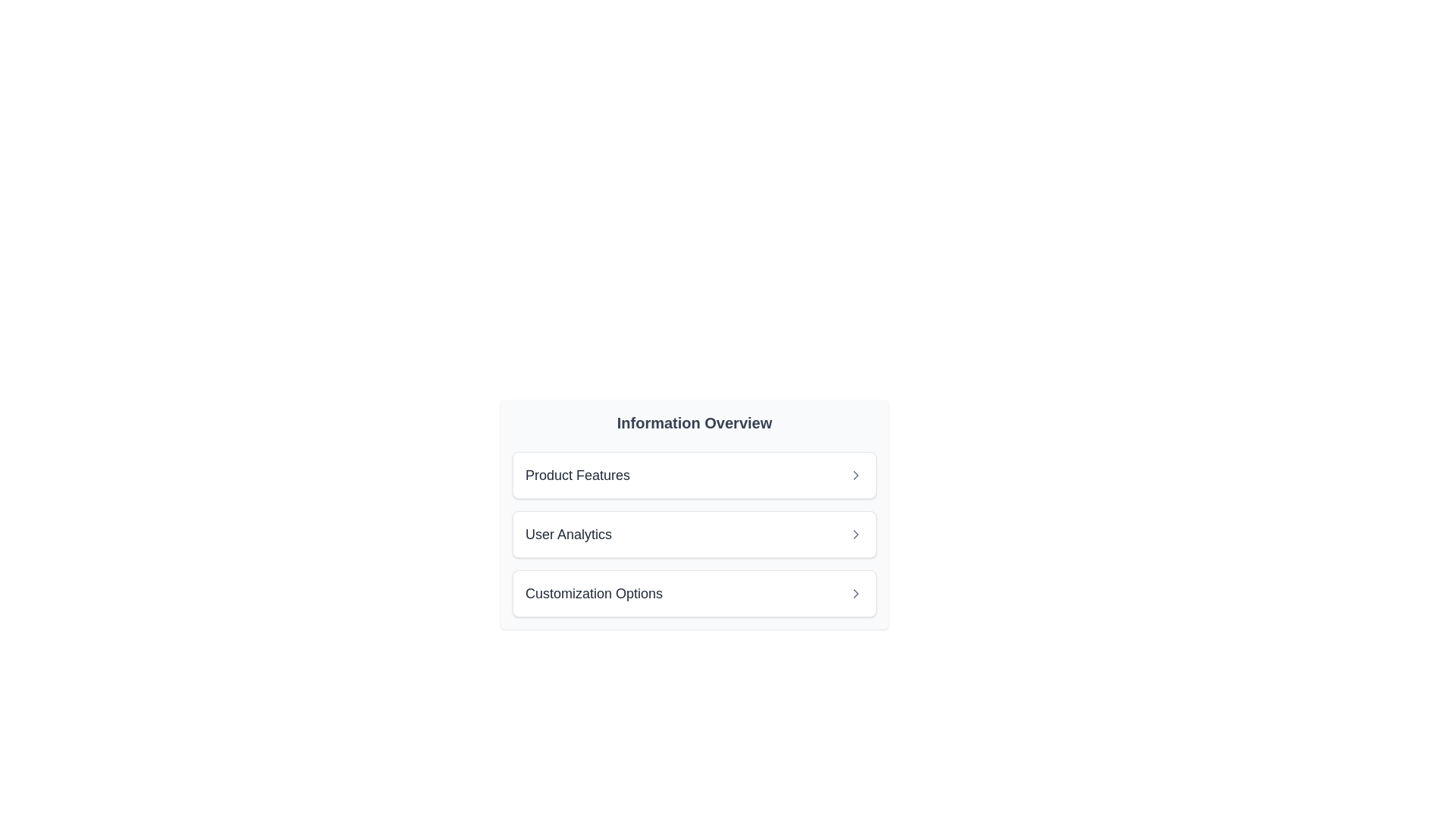  I want to click on the 'Product Features' button in the Information Overview section, so click(694, 475).